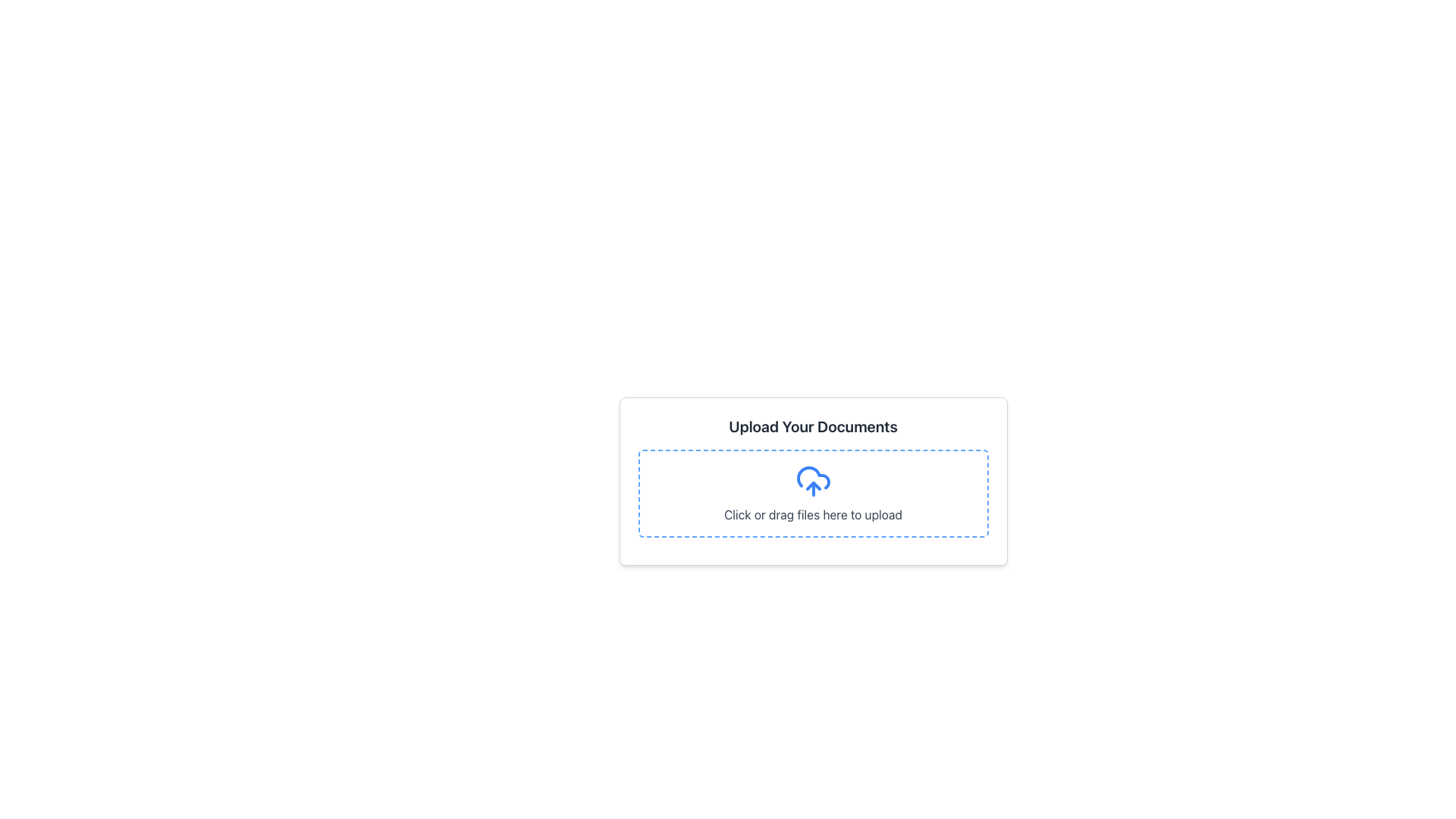 Image resolution: width=1456 pixels, height=819 pixels. What do you see at coordinates (812, 538) in the screenshot?
I see `the 'Upload Your Documents' file upload area` at bounding box center [812, 538].